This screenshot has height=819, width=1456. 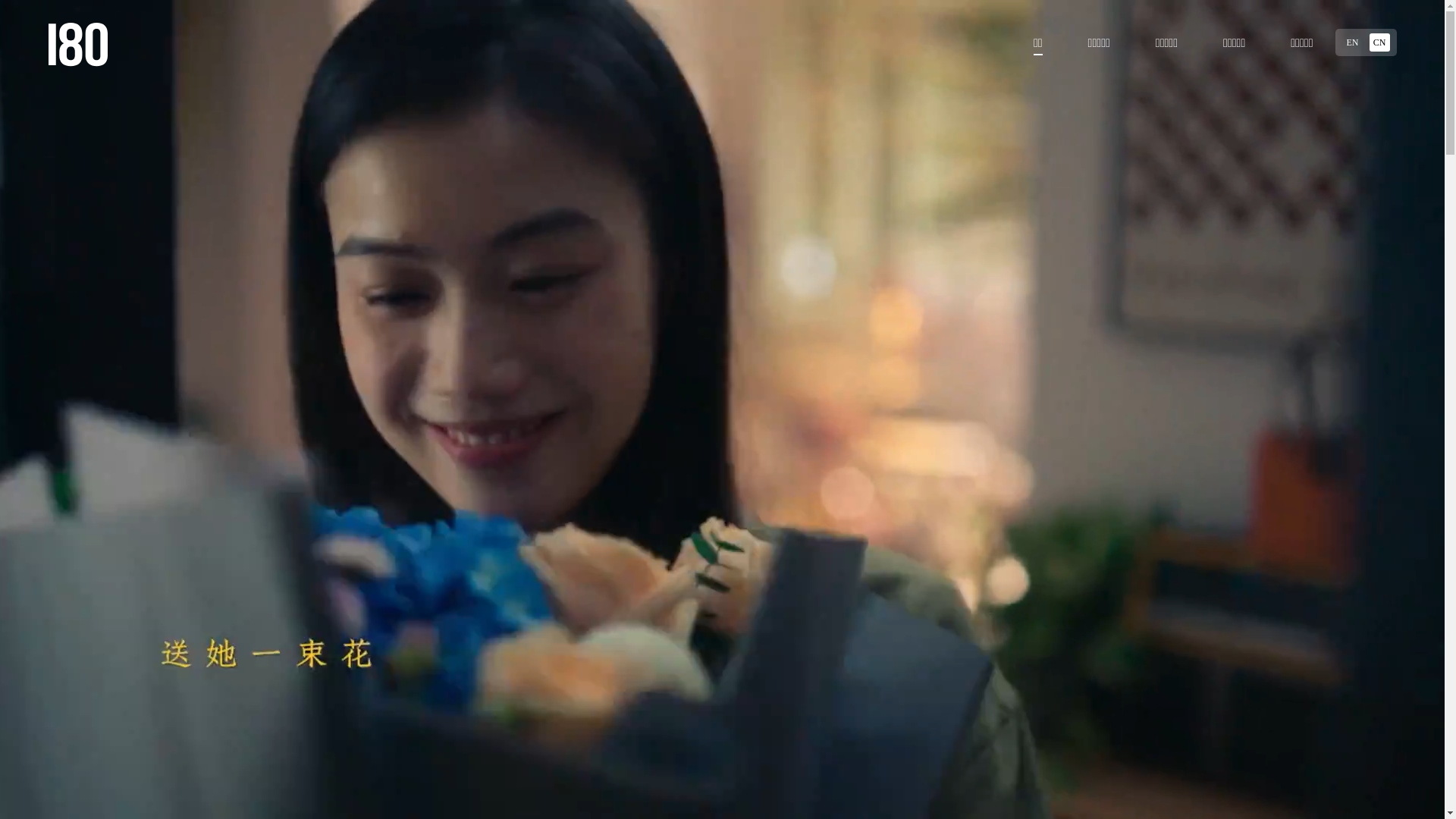 What do you see at coordinates (1379, 42) in the screenshot?
I see `'CN'` at bounding box center [1379, 42].